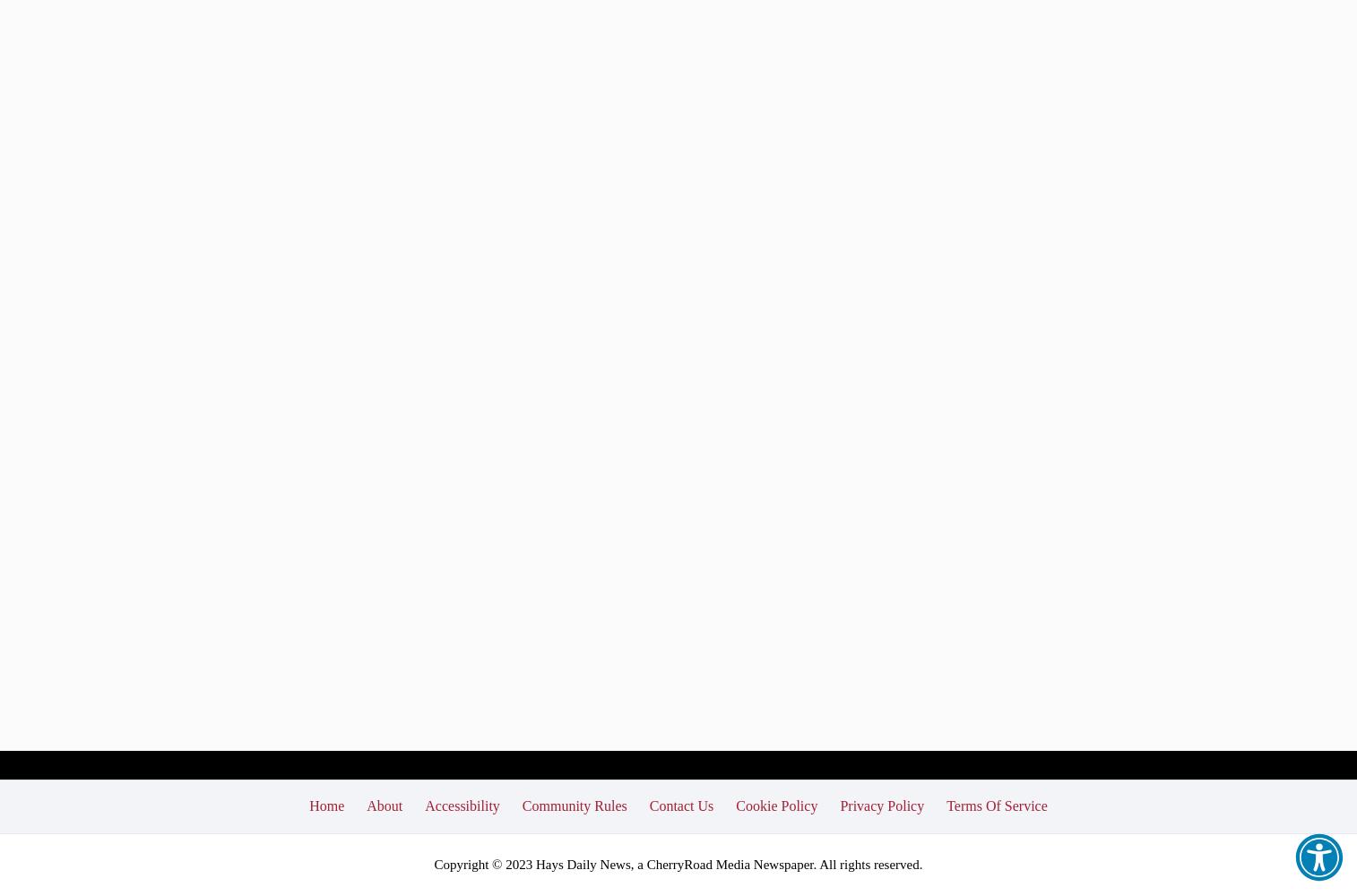 The image size is (1357, 896). I want to click on 'Copyright © 2023 Hays Daily News, a', so click(540, 863).